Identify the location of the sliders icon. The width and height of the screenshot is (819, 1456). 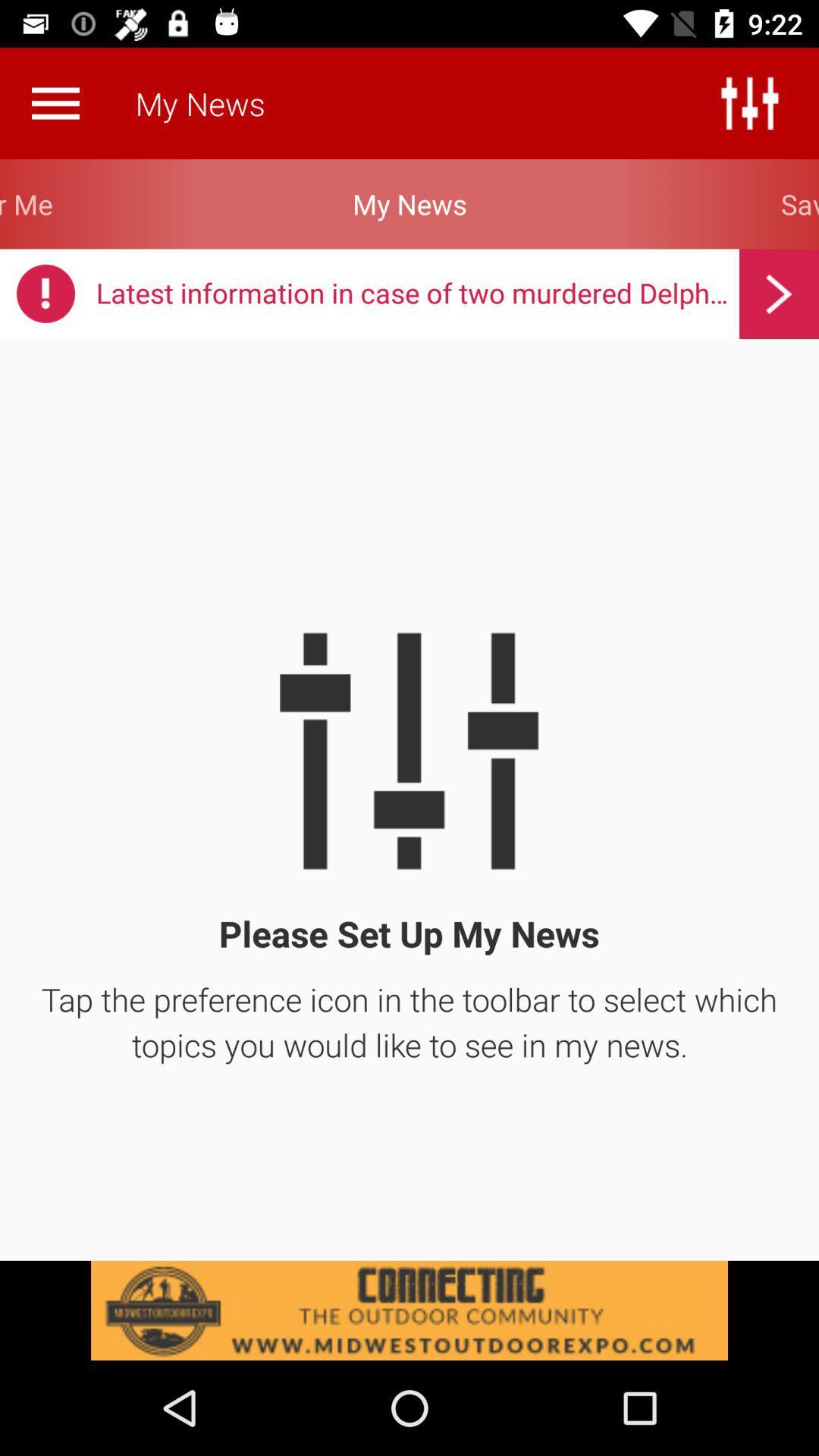
(748, 102).